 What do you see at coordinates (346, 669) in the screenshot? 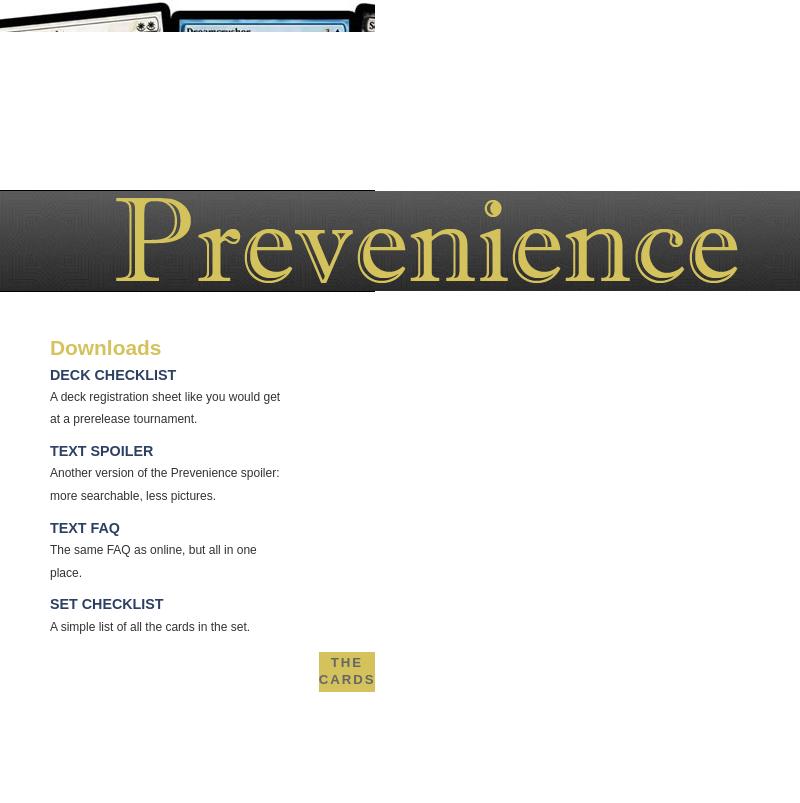
I see `'The Cards'` at bounding box center [346, 669].